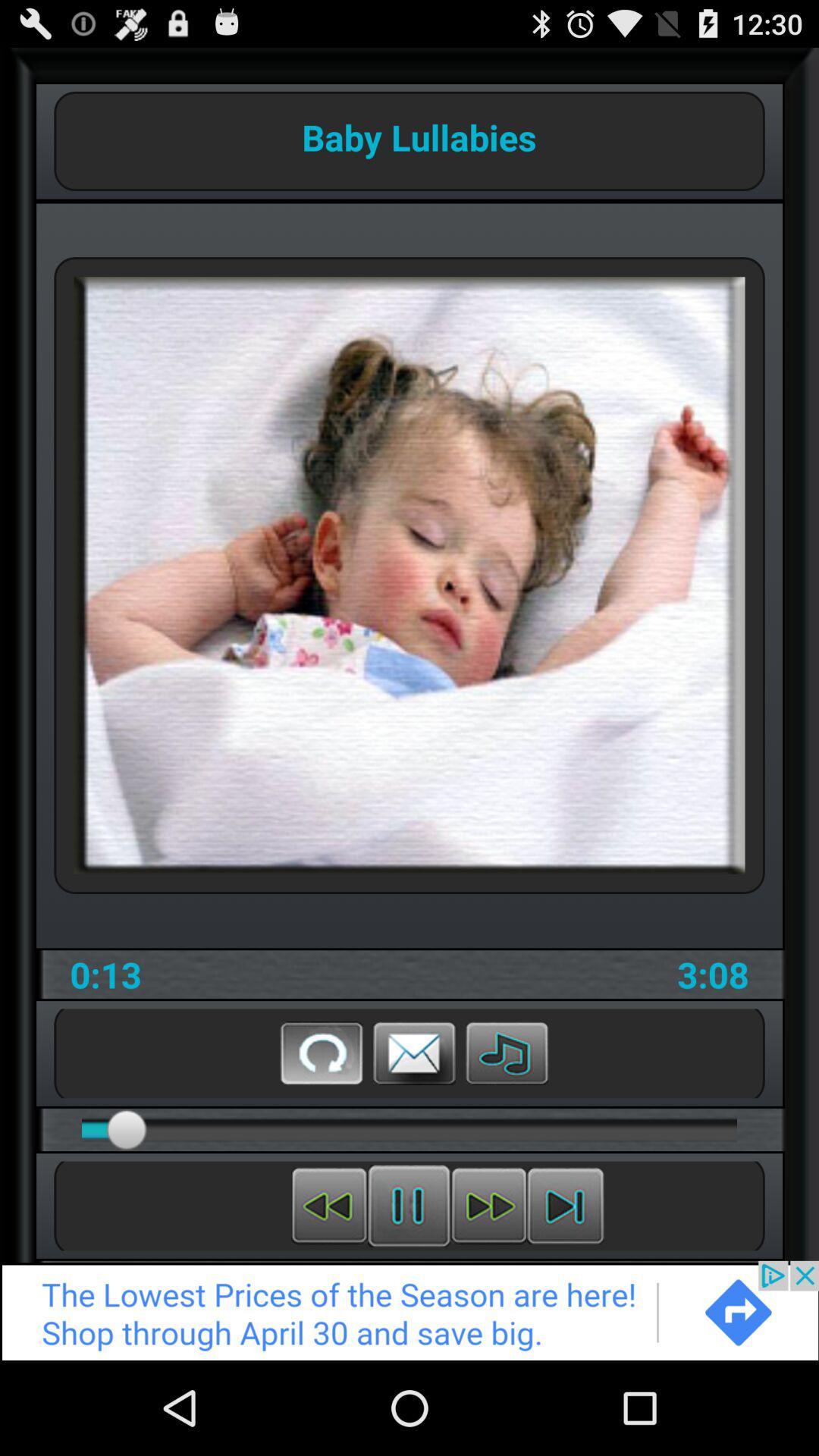 The image size is (819, 1456). Describe the element at coordinates (321, 1127) in the screenshot. I see `the refresh icon` at that location.